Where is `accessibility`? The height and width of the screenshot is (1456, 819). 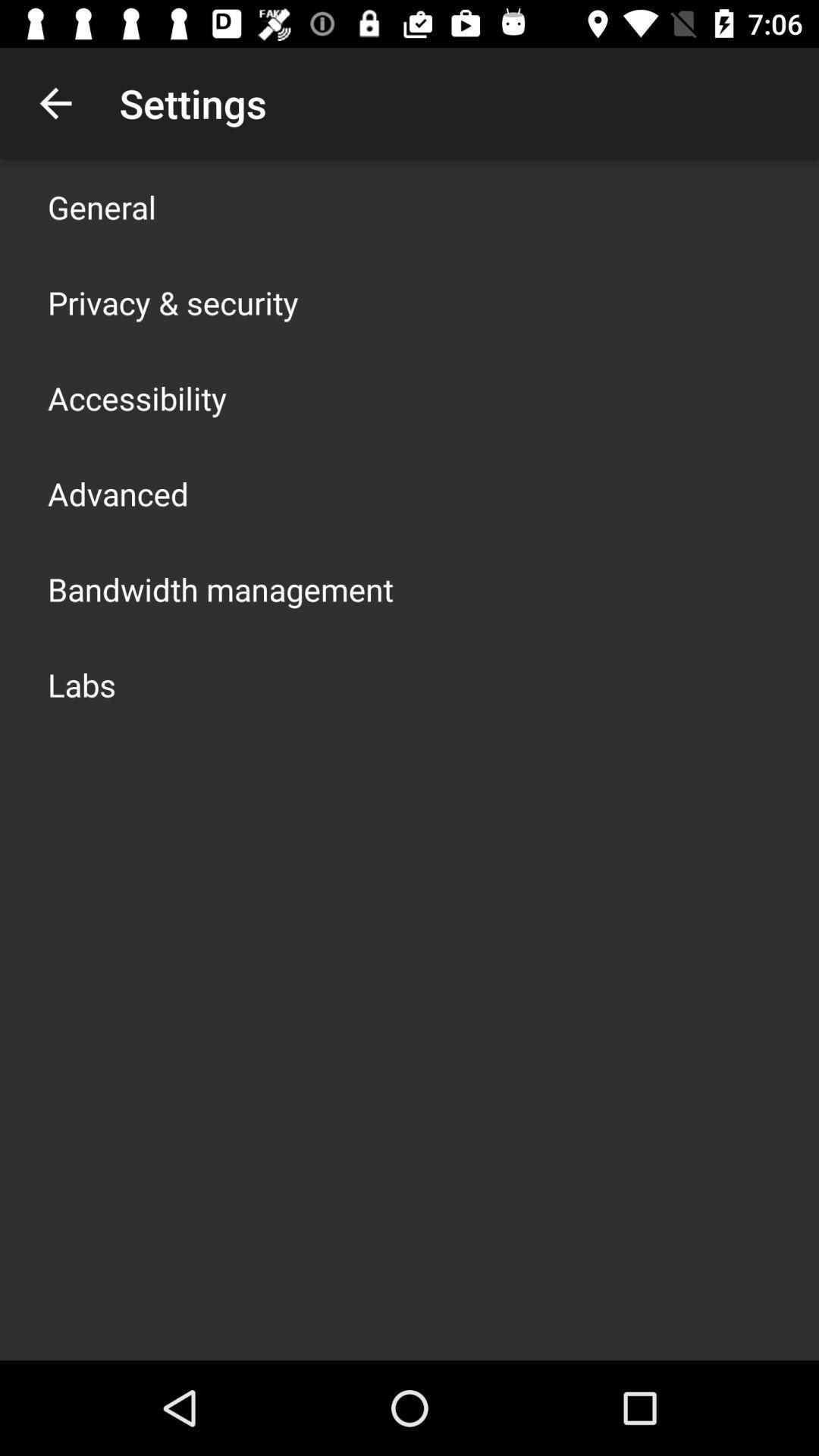 accessibility is located at coordinates (137, 397).